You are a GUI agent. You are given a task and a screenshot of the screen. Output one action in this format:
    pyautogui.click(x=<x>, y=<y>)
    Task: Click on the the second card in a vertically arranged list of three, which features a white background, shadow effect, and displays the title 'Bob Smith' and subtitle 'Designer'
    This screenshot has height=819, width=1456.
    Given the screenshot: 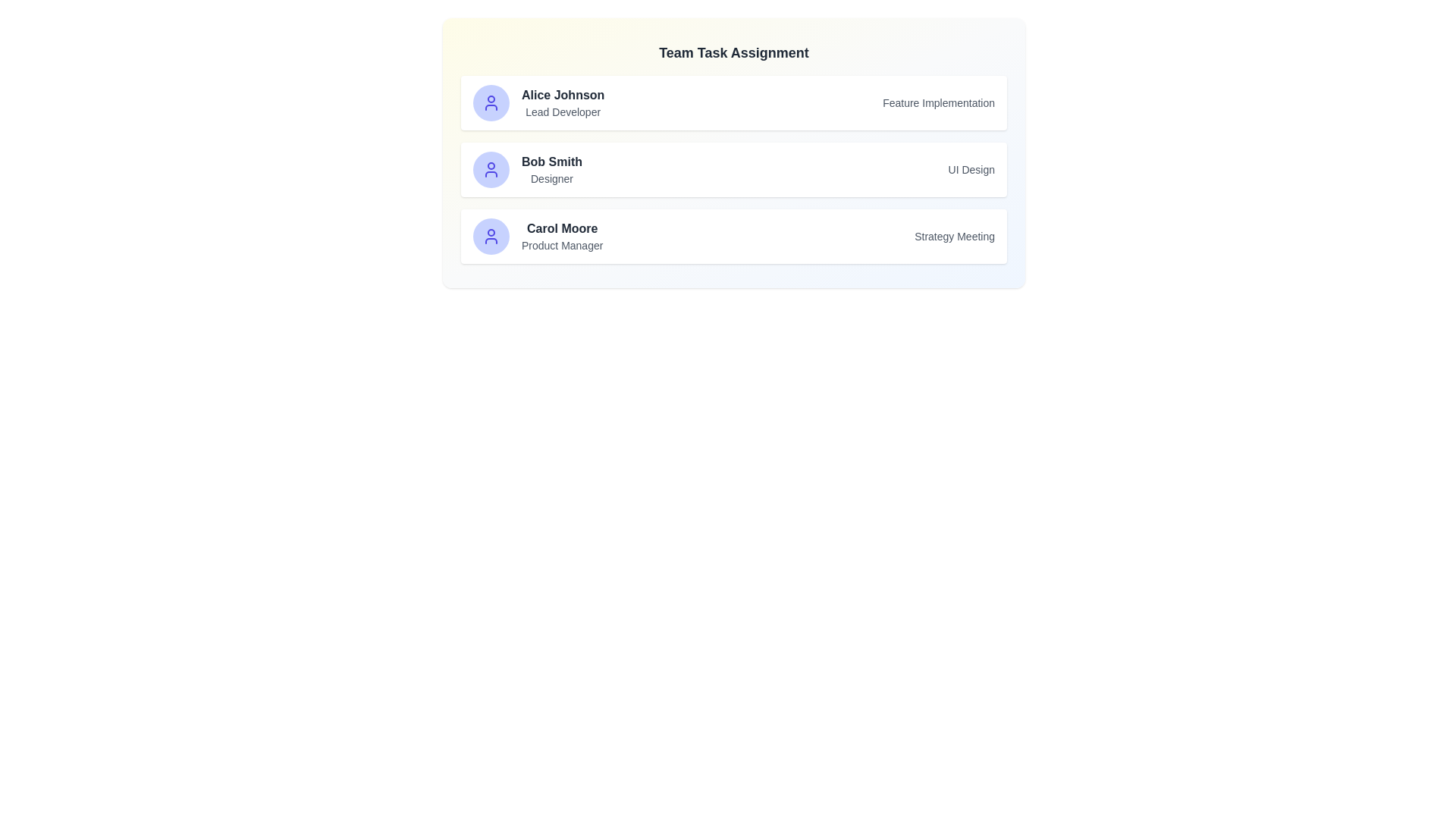 What is the action you would take?
    pyautogui.click(x=734, y=152)
    